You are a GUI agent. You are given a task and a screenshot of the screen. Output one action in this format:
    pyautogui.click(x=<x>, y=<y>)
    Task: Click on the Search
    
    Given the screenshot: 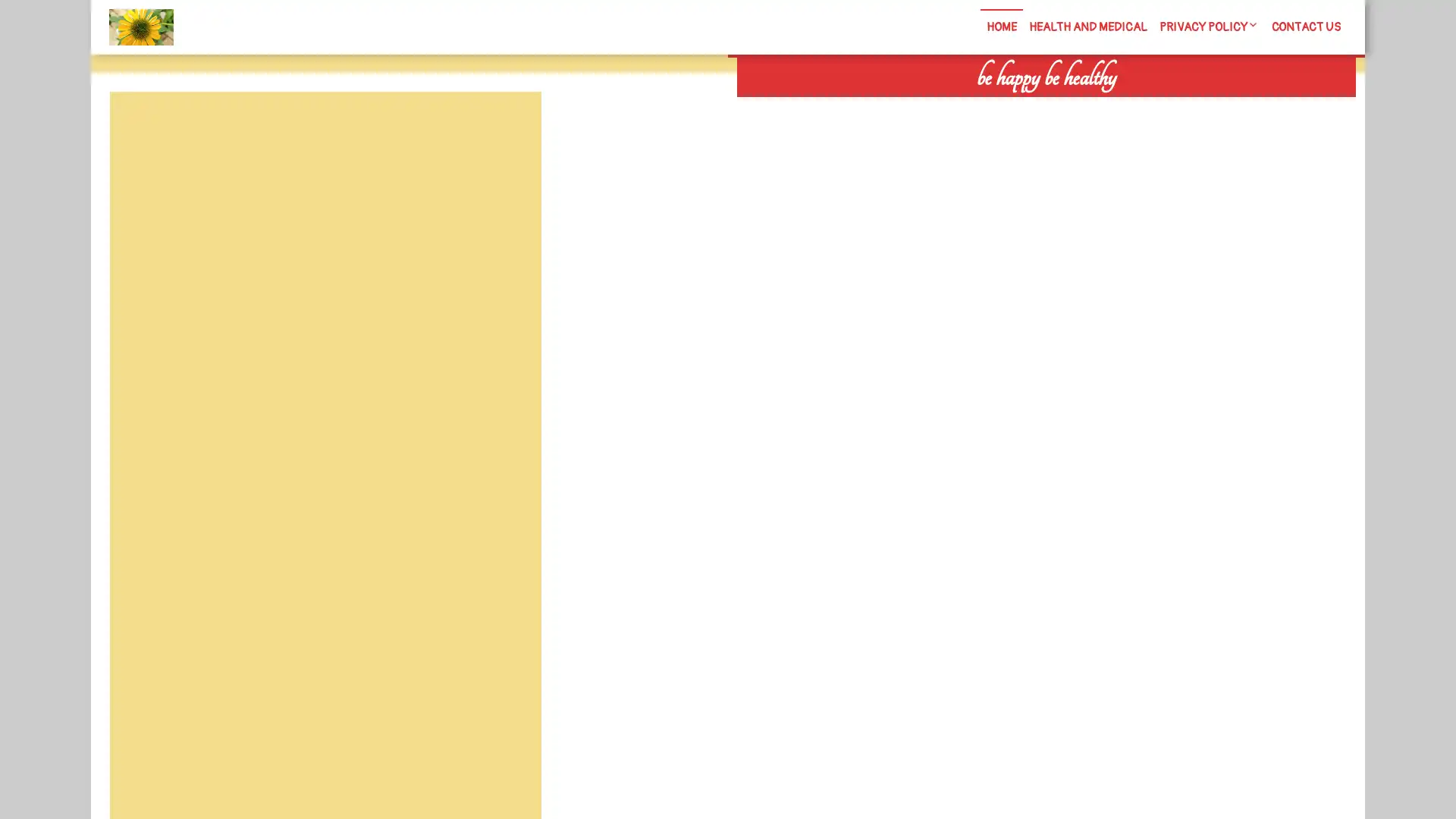 What is the action you would take?
    pyautogui.click(x=506, y=127)
    